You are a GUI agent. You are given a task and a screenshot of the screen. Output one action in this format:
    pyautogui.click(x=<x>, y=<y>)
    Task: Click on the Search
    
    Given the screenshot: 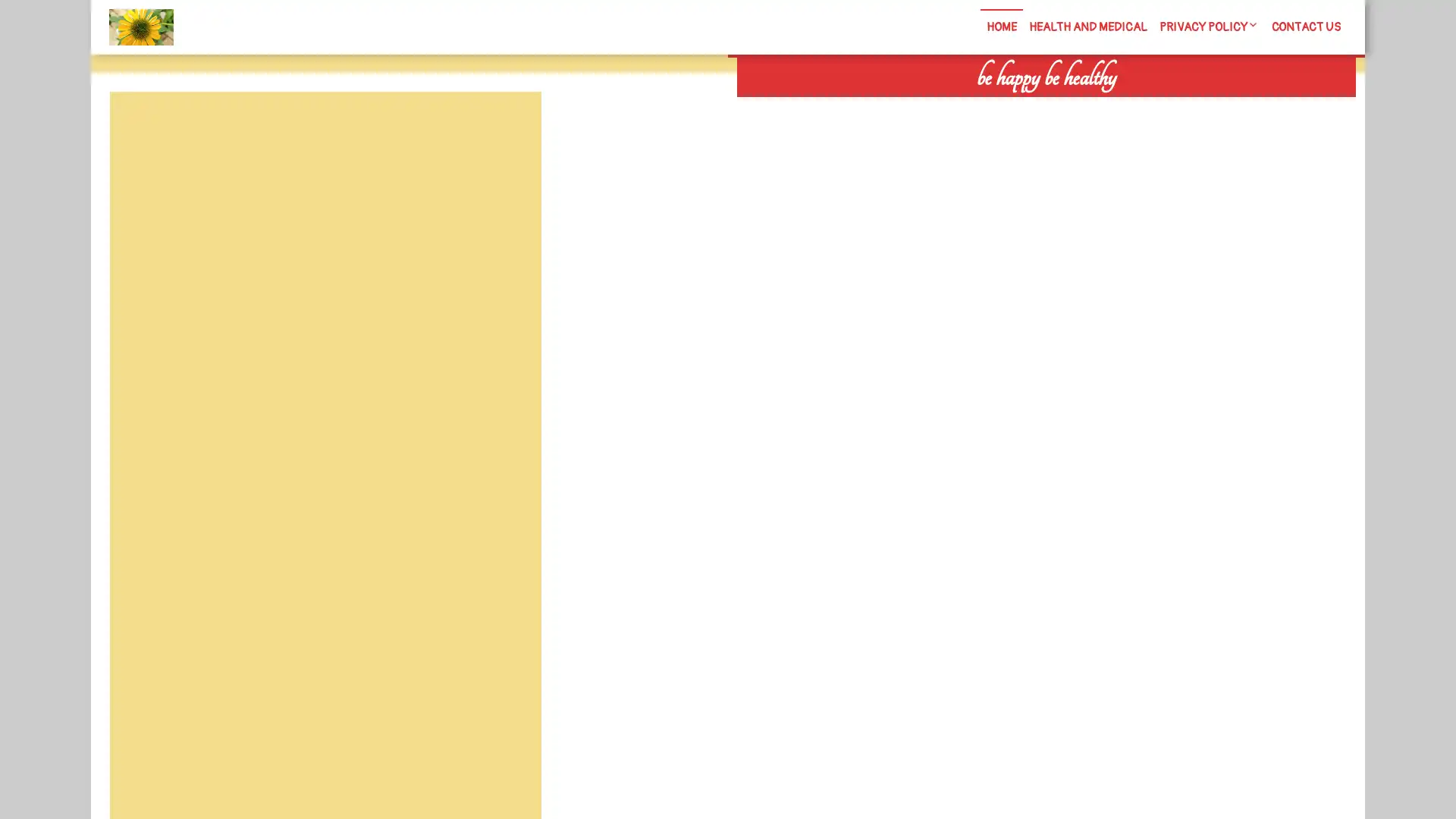 What is the action you would take?
    pyautogui.click(x=506, y=127)
    